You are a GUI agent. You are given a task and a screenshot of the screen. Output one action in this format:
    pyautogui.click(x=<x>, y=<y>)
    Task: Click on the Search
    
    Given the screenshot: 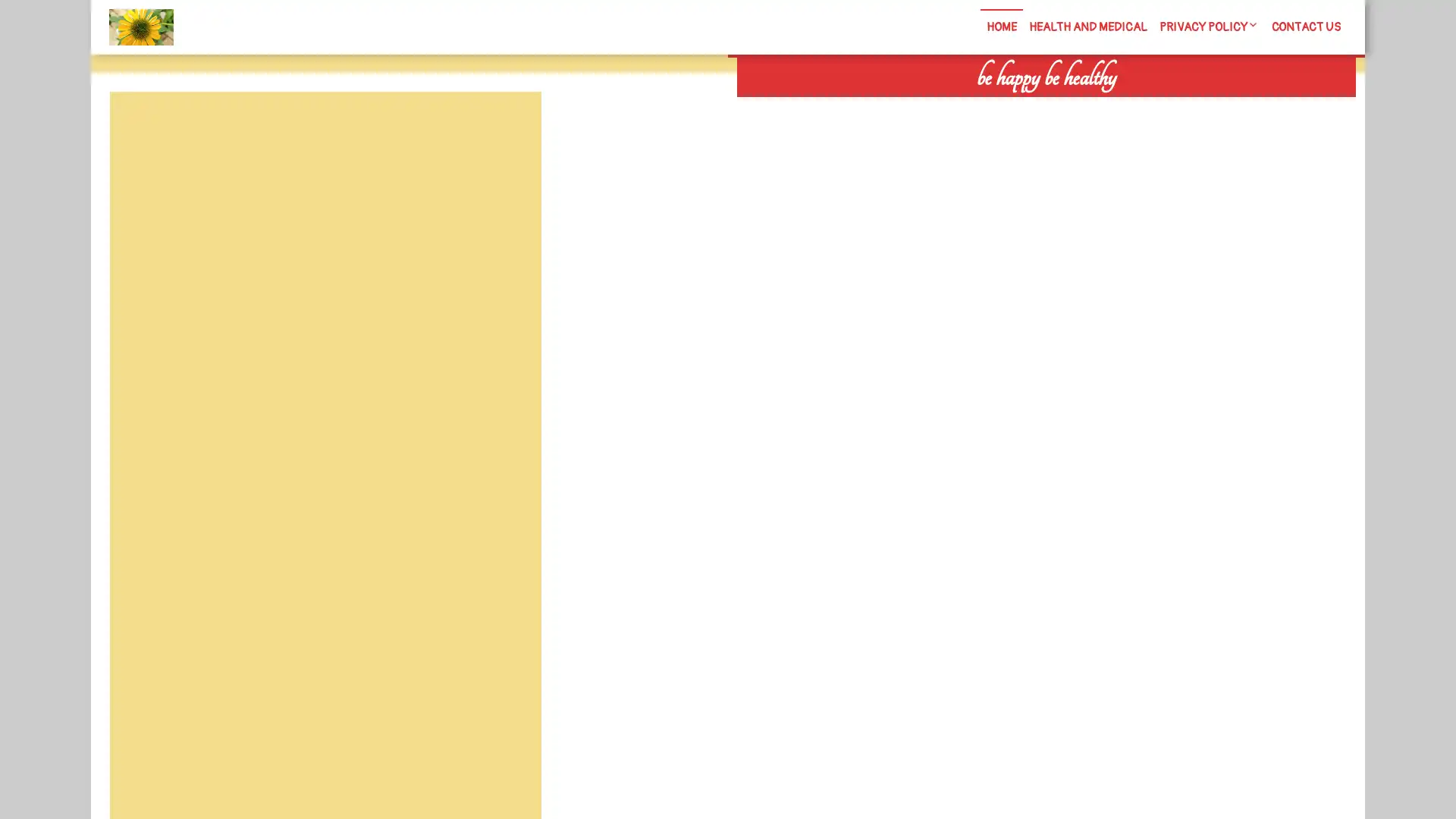 What is the action you would take?
    pyautogui.click(x=506, y=127)
    